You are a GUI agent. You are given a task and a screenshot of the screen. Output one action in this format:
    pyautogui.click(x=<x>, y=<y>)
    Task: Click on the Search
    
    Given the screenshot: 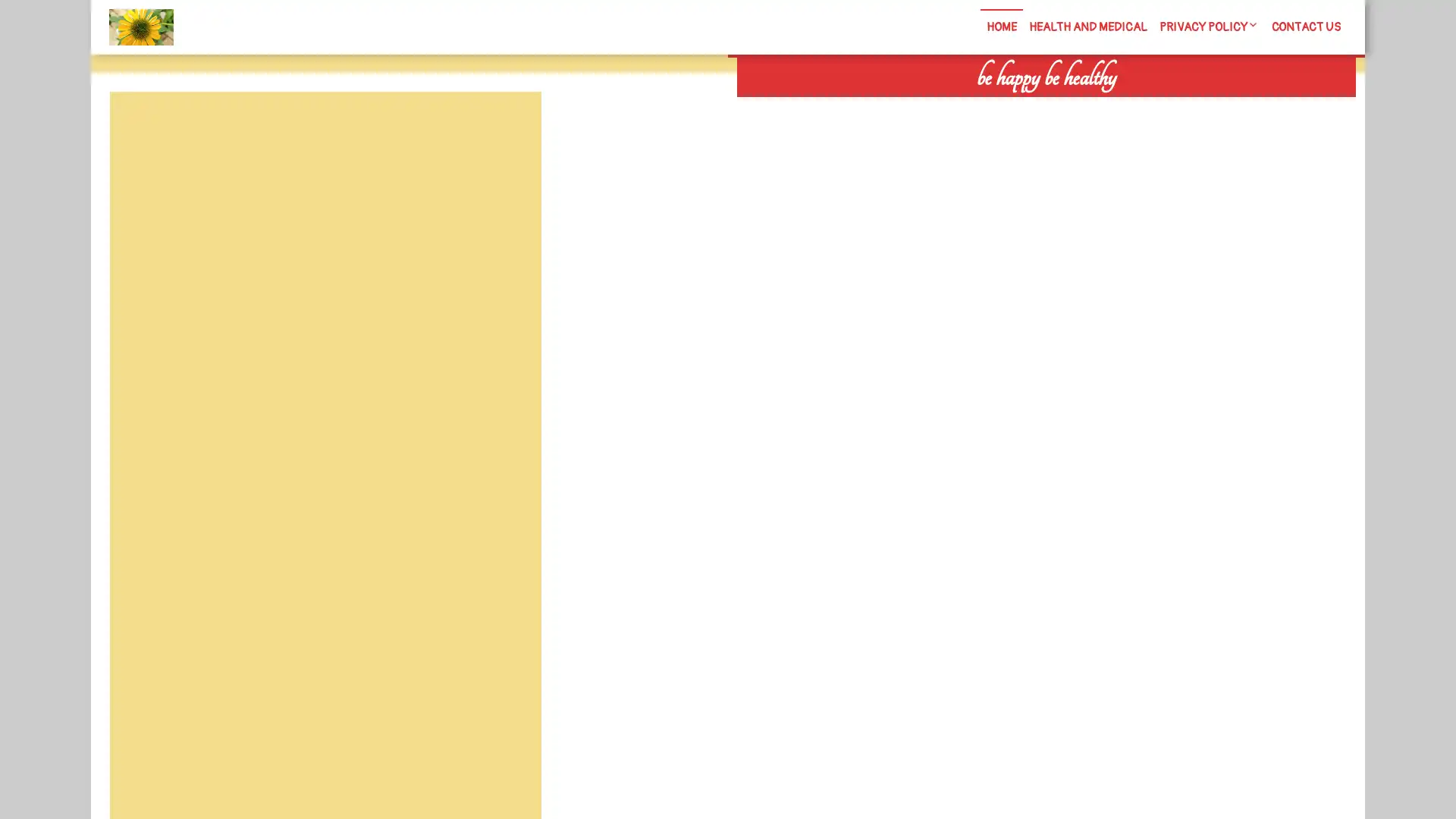 What is the action you would take?
    pyautogui.click(x=506, y=127)
    